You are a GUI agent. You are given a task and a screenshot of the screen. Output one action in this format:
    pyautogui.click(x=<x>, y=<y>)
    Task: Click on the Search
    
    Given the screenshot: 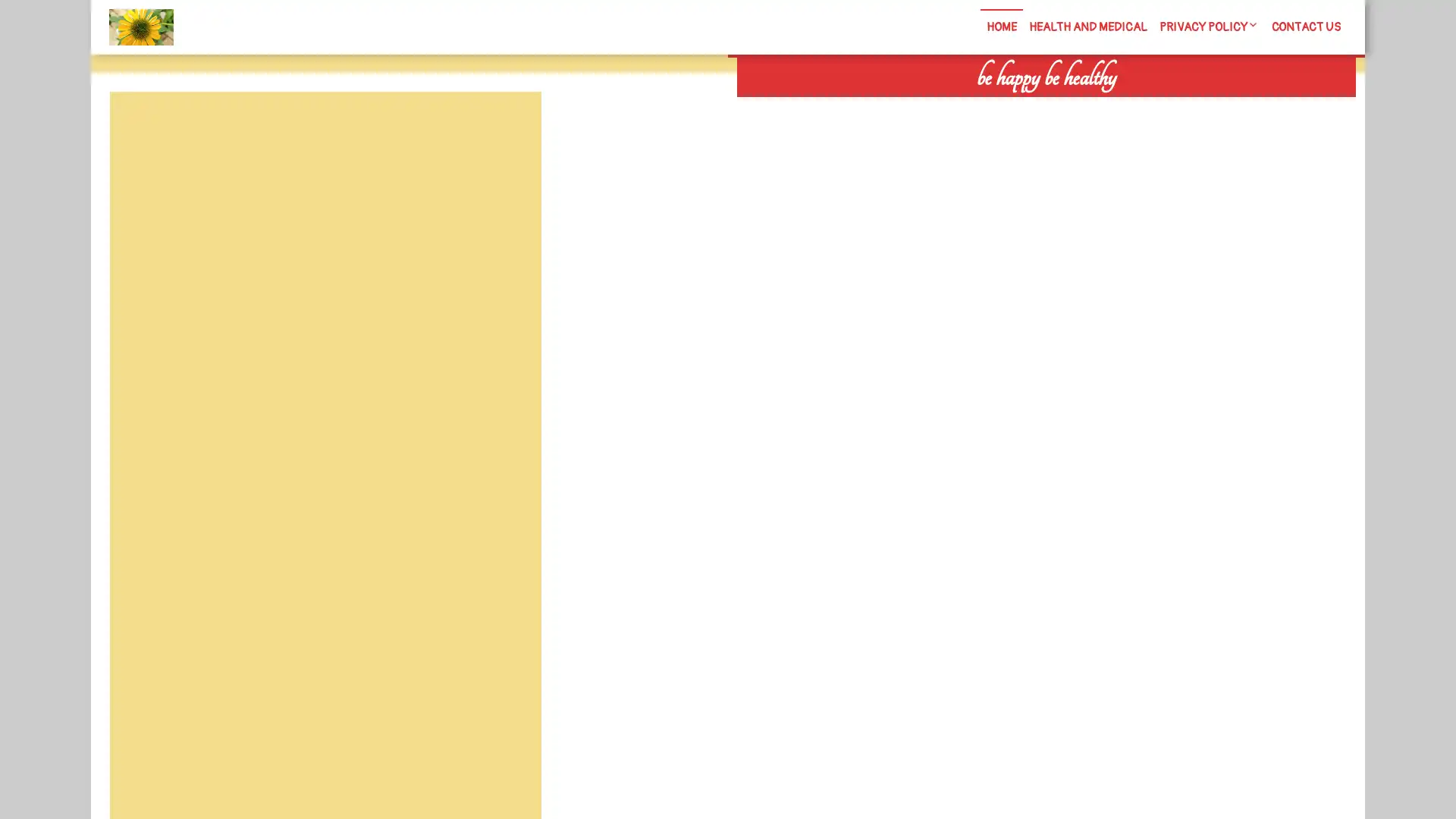 What is the action you would take?
    pyautogui.click(x=506, y=127)
    